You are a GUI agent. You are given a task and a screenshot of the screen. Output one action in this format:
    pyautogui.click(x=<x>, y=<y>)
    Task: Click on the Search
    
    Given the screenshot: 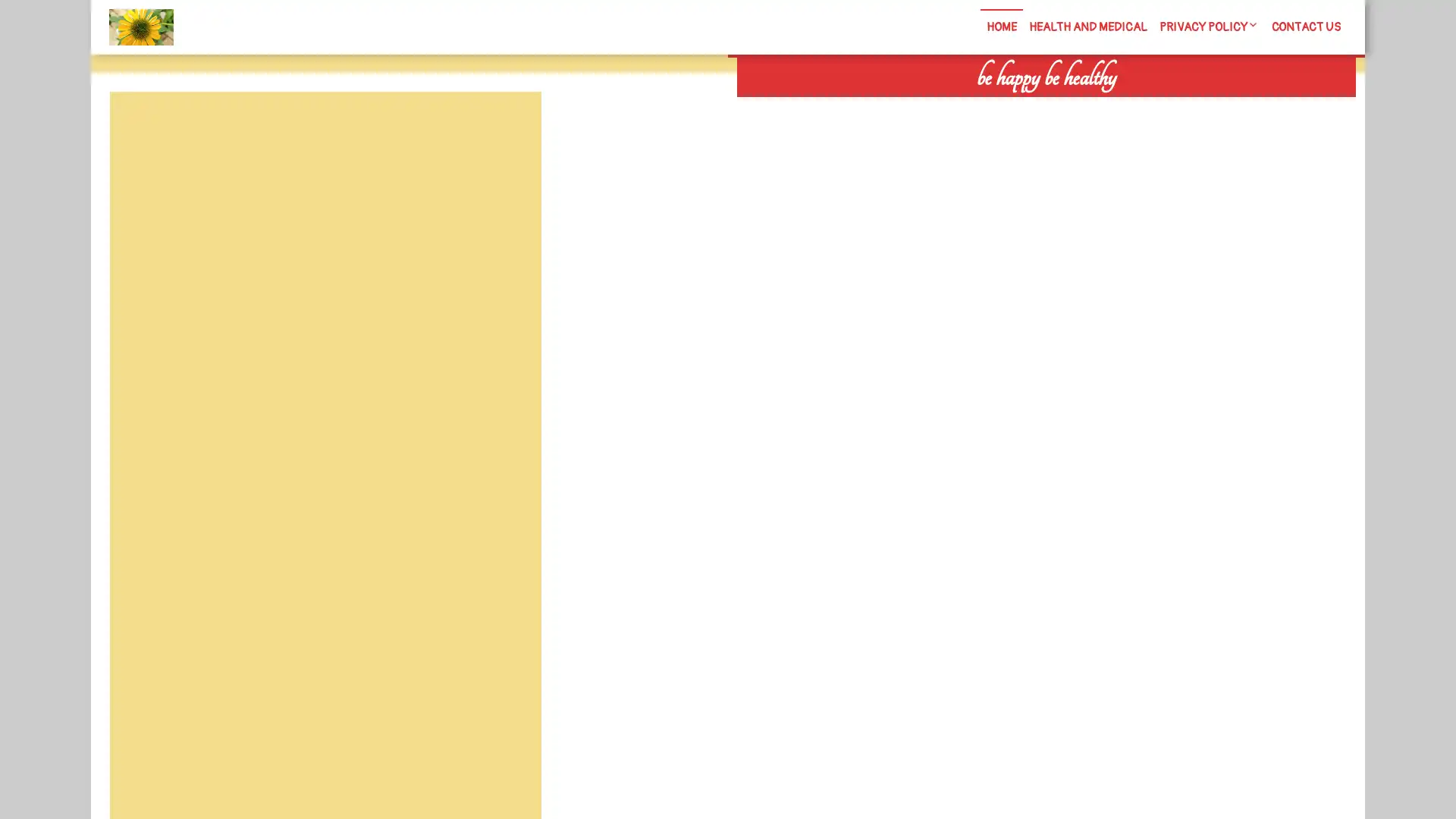 What is the action you would take?
    pyautogui.click(x=506, y=127)
    